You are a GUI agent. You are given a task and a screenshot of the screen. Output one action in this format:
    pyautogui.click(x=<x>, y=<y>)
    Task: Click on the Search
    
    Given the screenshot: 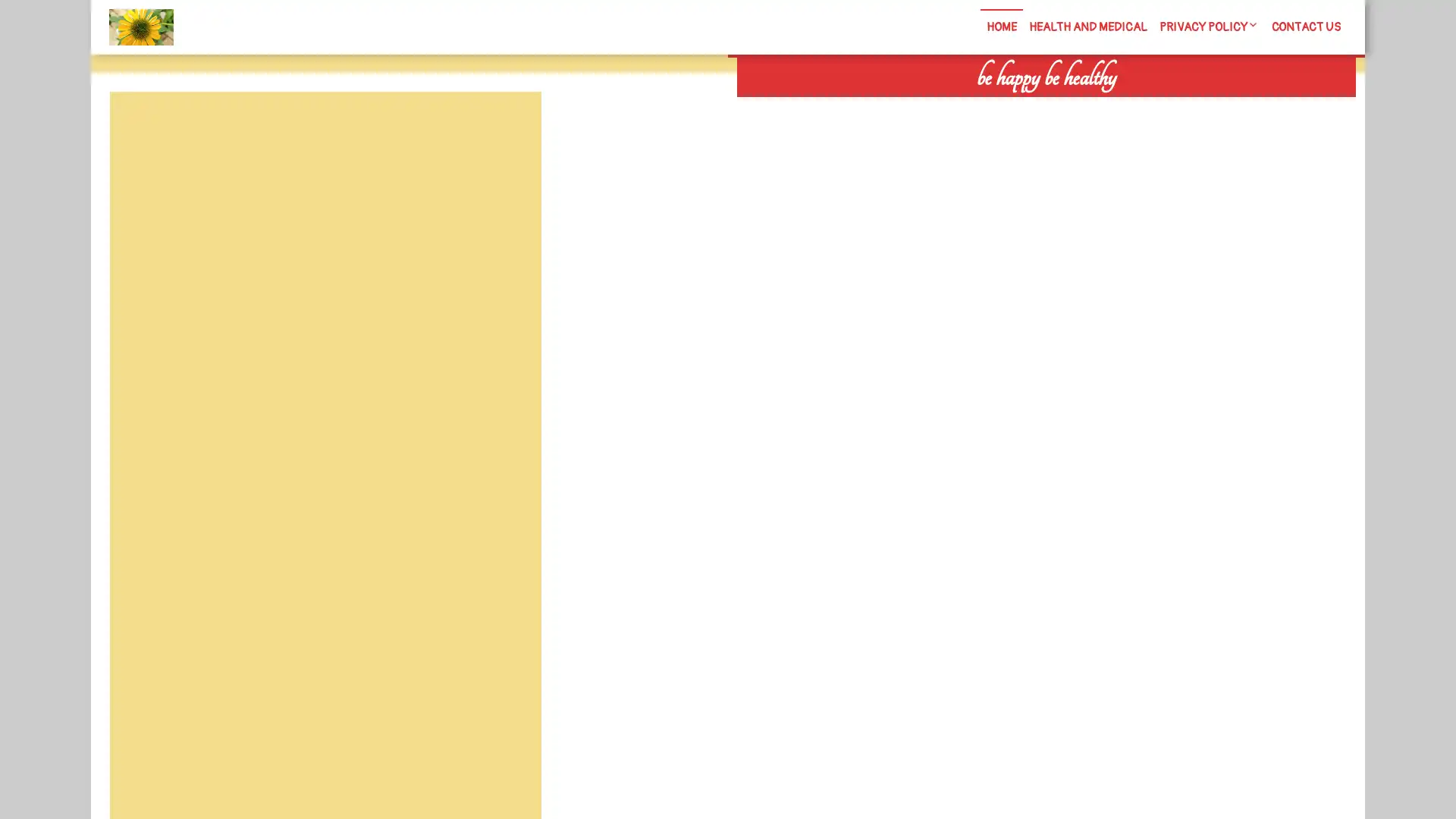 What is the action you would take?
    pyautogui.click(x=506, y=127)
    